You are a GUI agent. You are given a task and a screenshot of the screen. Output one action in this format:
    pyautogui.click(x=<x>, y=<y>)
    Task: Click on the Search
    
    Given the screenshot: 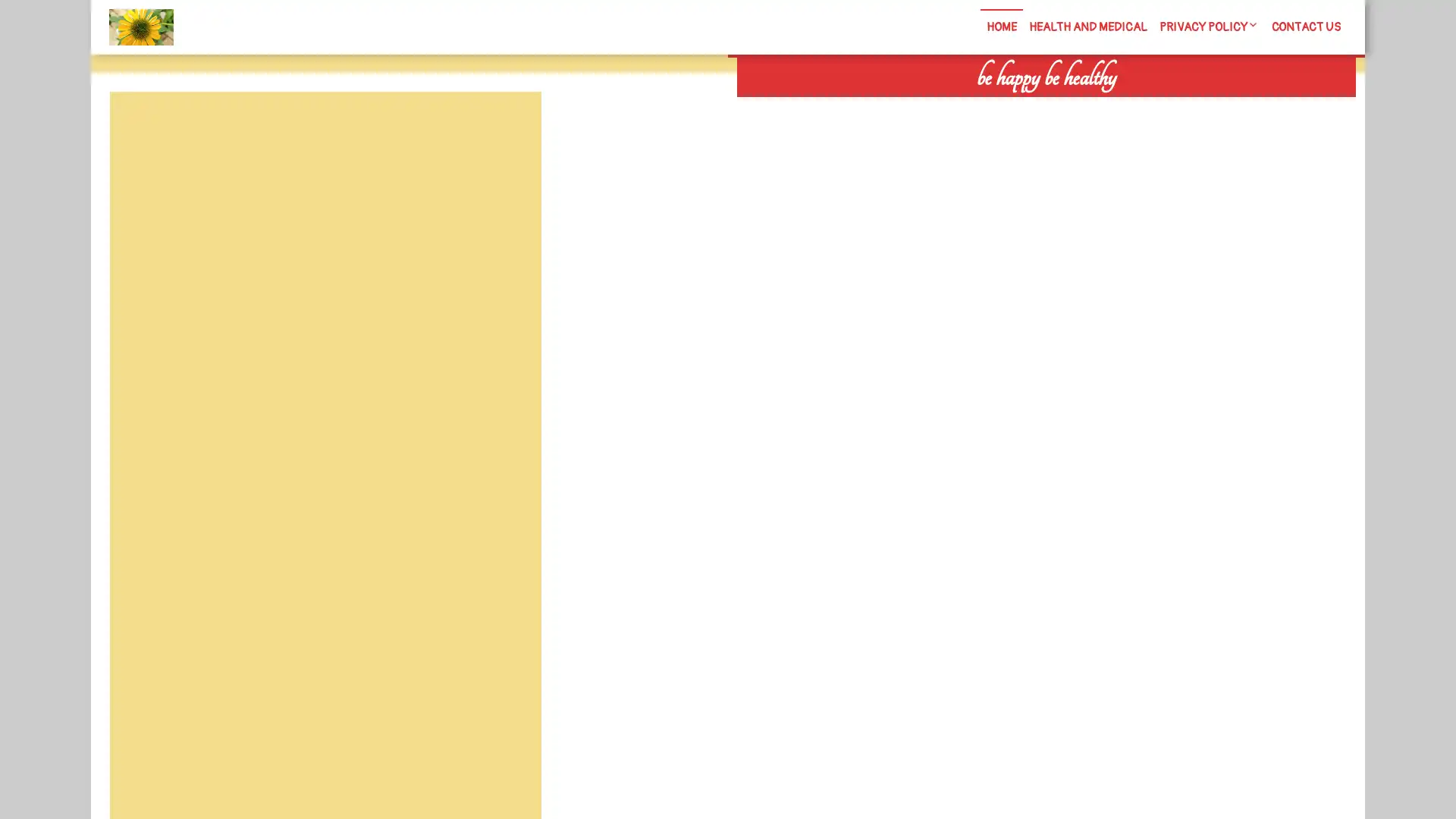 What is the action you would take?
    pyautogui.click(x=506, y=127)
    